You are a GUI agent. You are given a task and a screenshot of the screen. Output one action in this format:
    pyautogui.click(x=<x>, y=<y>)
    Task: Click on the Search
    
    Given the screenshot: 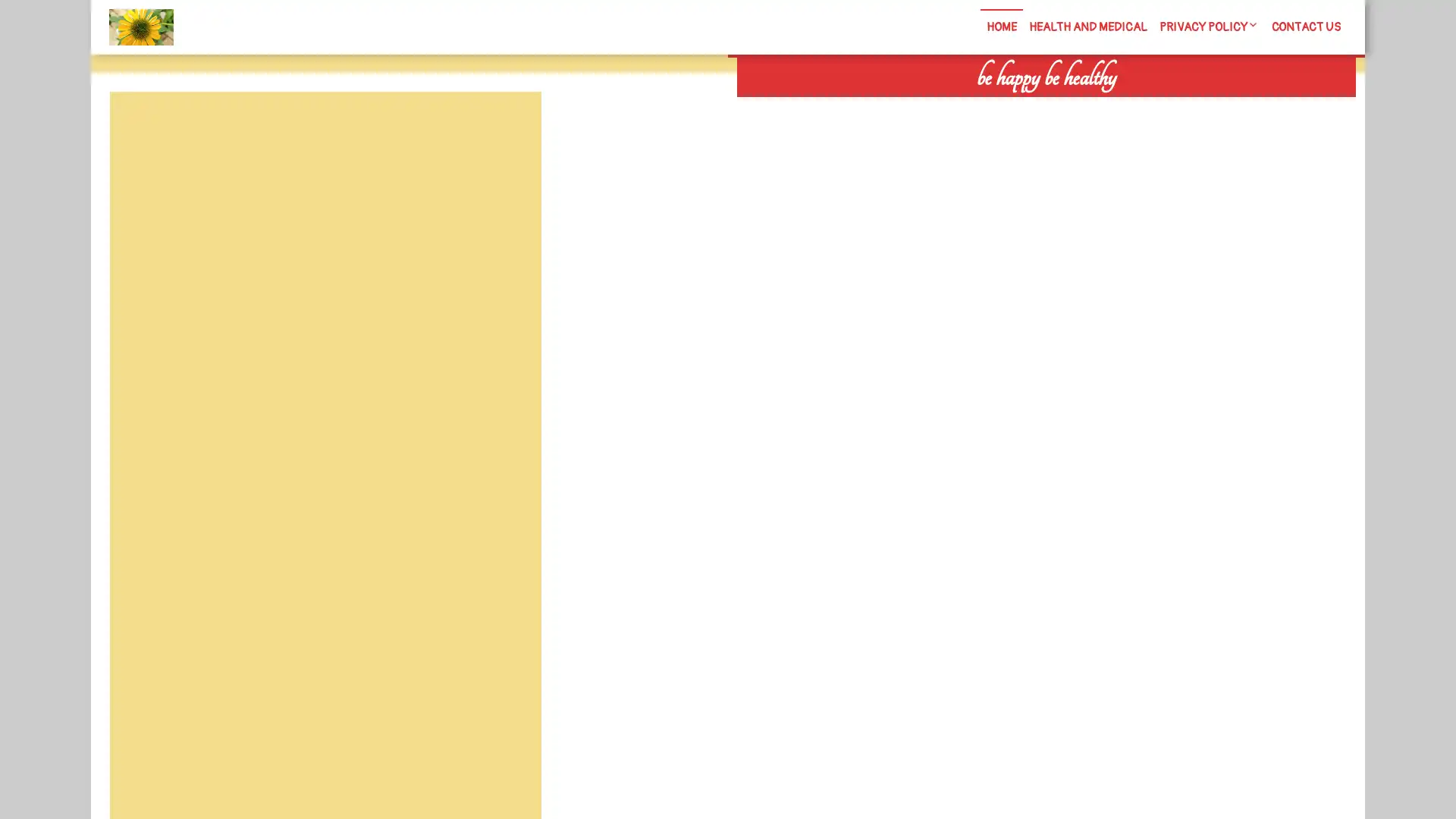 What is the action you would take?
    pyautogui.click(x=506, y=127)
    